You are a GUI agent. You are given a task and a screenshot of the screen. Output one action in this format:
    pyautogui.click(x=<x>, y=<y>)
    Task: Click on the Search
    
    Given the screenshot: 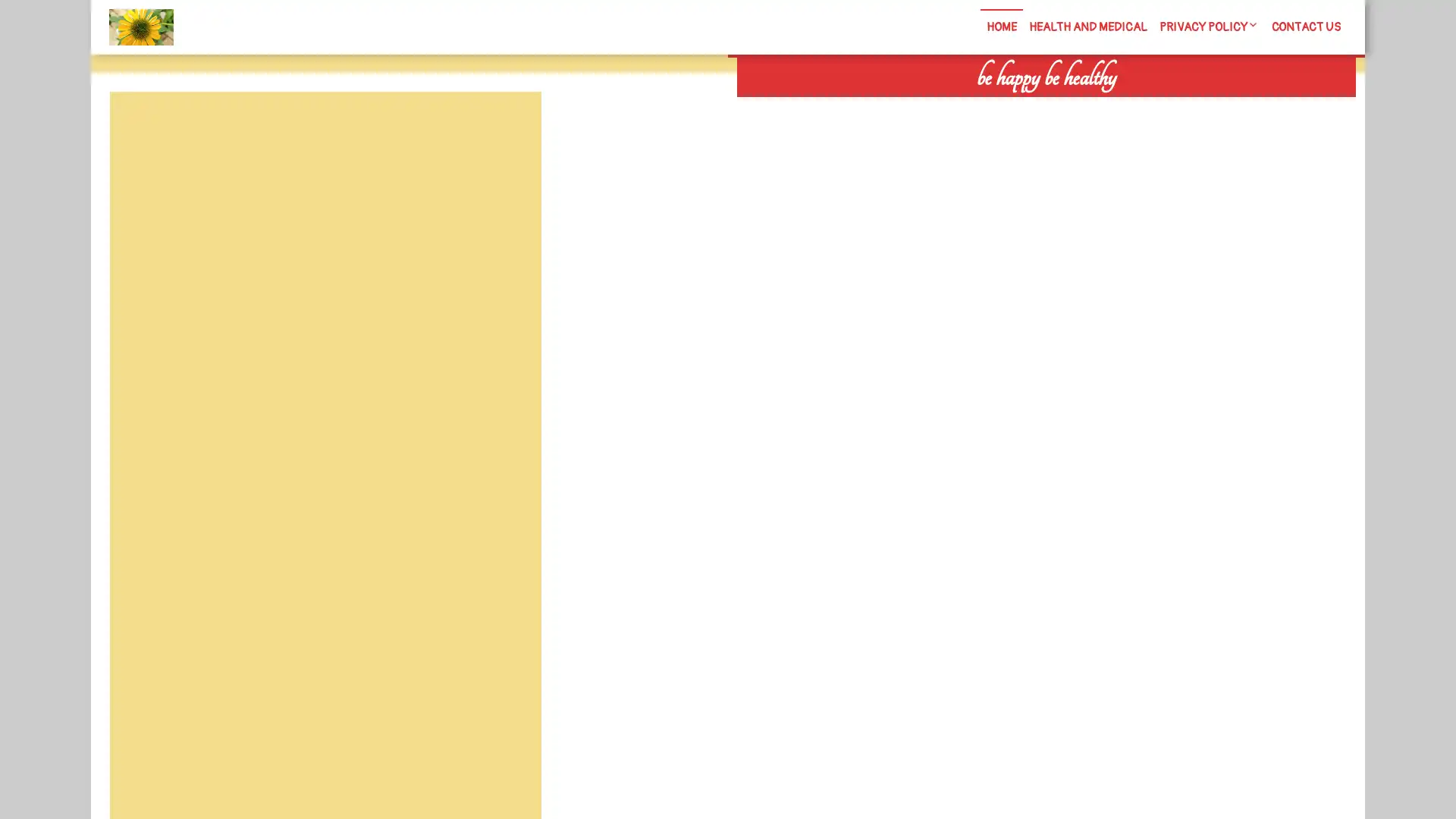 What is the action you would take?
    pyautogui.click(x=506, y=127)
    